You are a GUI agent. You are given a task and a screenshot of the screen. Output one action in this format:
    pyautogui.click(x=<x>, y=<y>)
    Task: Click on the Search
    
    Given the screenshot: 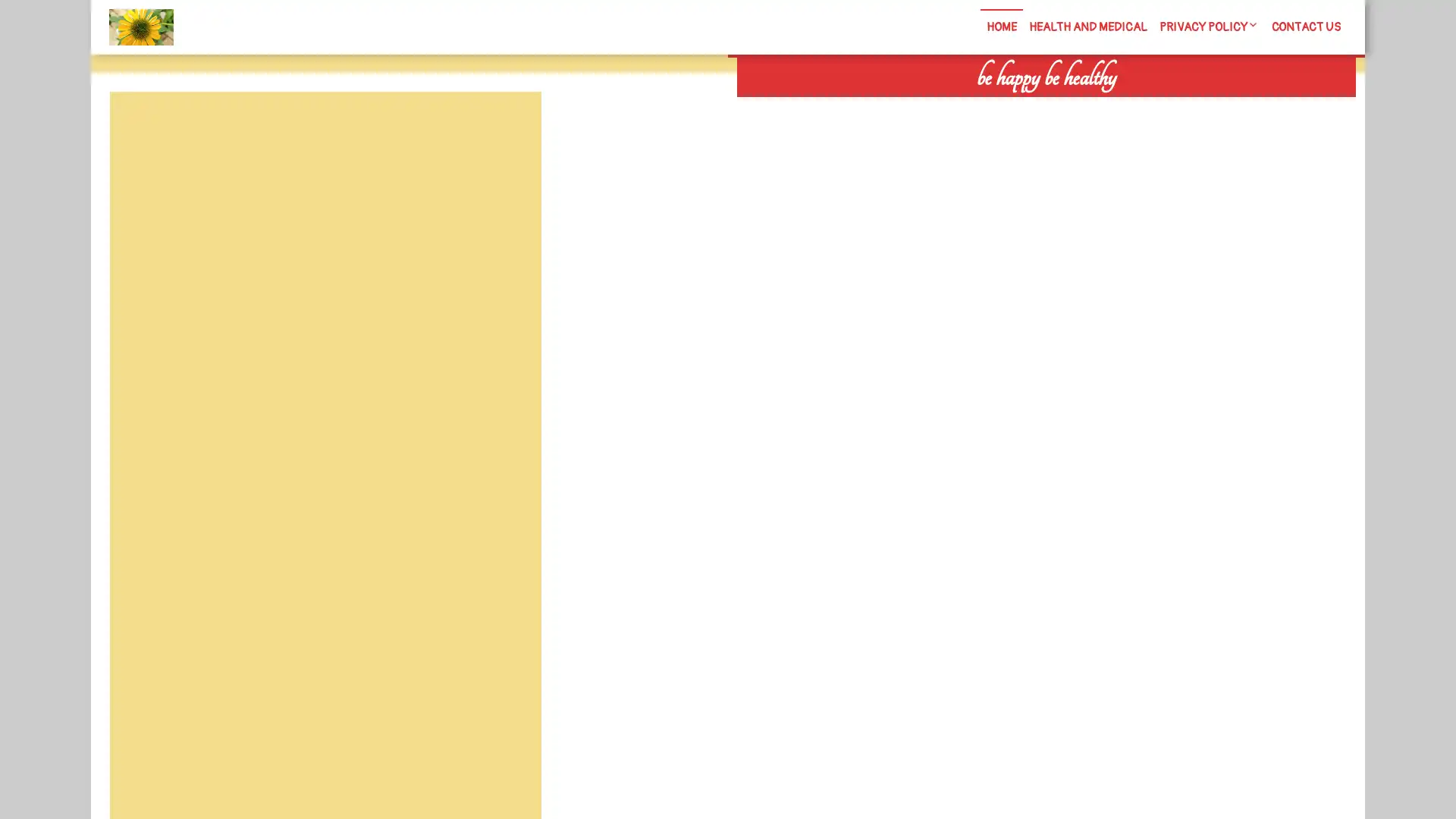 What is the action you would take?
    pyautogui.click(x=506, y=127)
    